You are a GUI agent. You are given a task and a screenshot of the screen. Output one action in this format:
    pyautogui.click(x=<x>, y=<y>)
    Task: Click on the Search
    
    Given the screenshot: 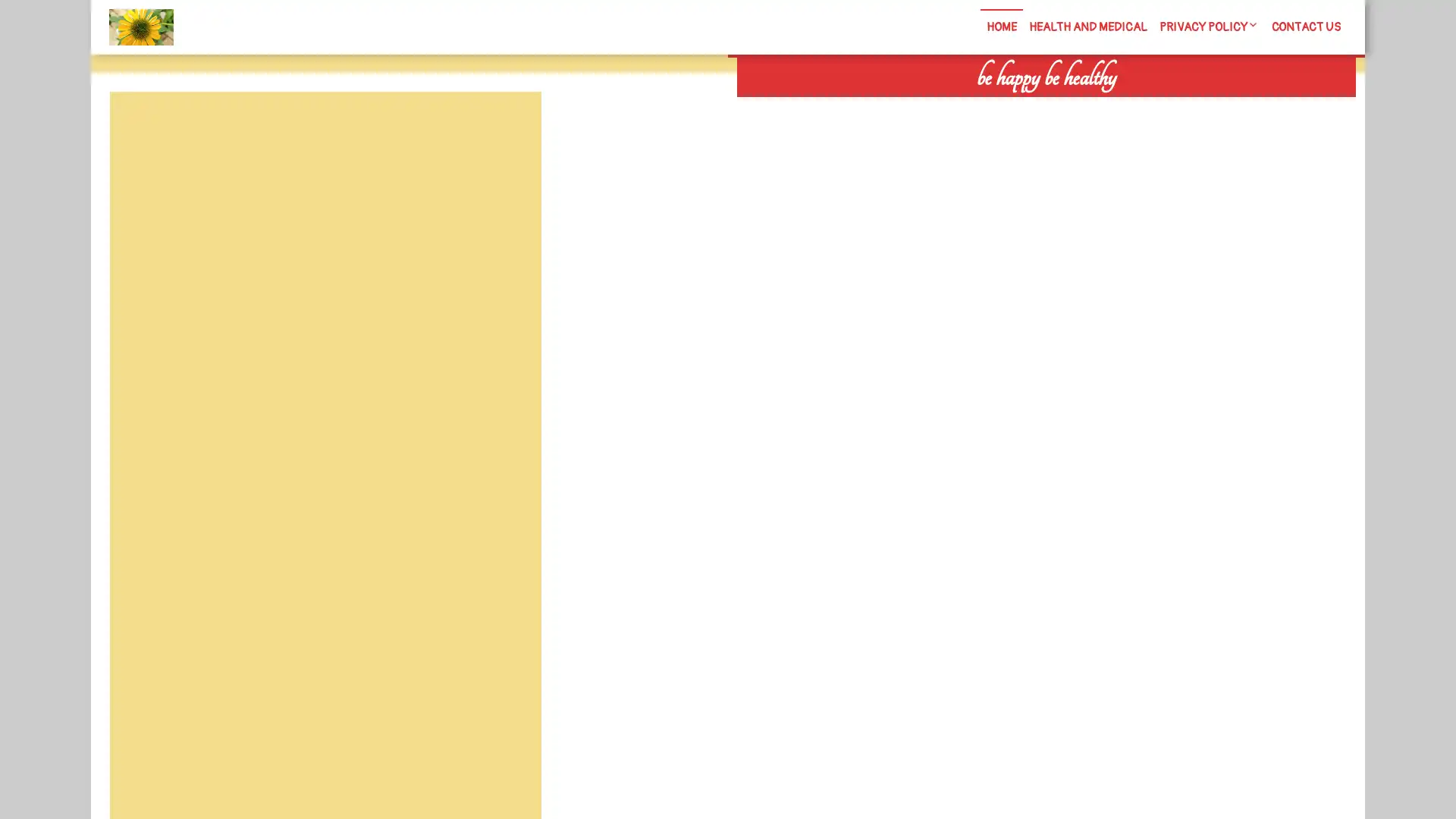 What is the action you would take?
    pyautogui.click(x=506, y=127)
    